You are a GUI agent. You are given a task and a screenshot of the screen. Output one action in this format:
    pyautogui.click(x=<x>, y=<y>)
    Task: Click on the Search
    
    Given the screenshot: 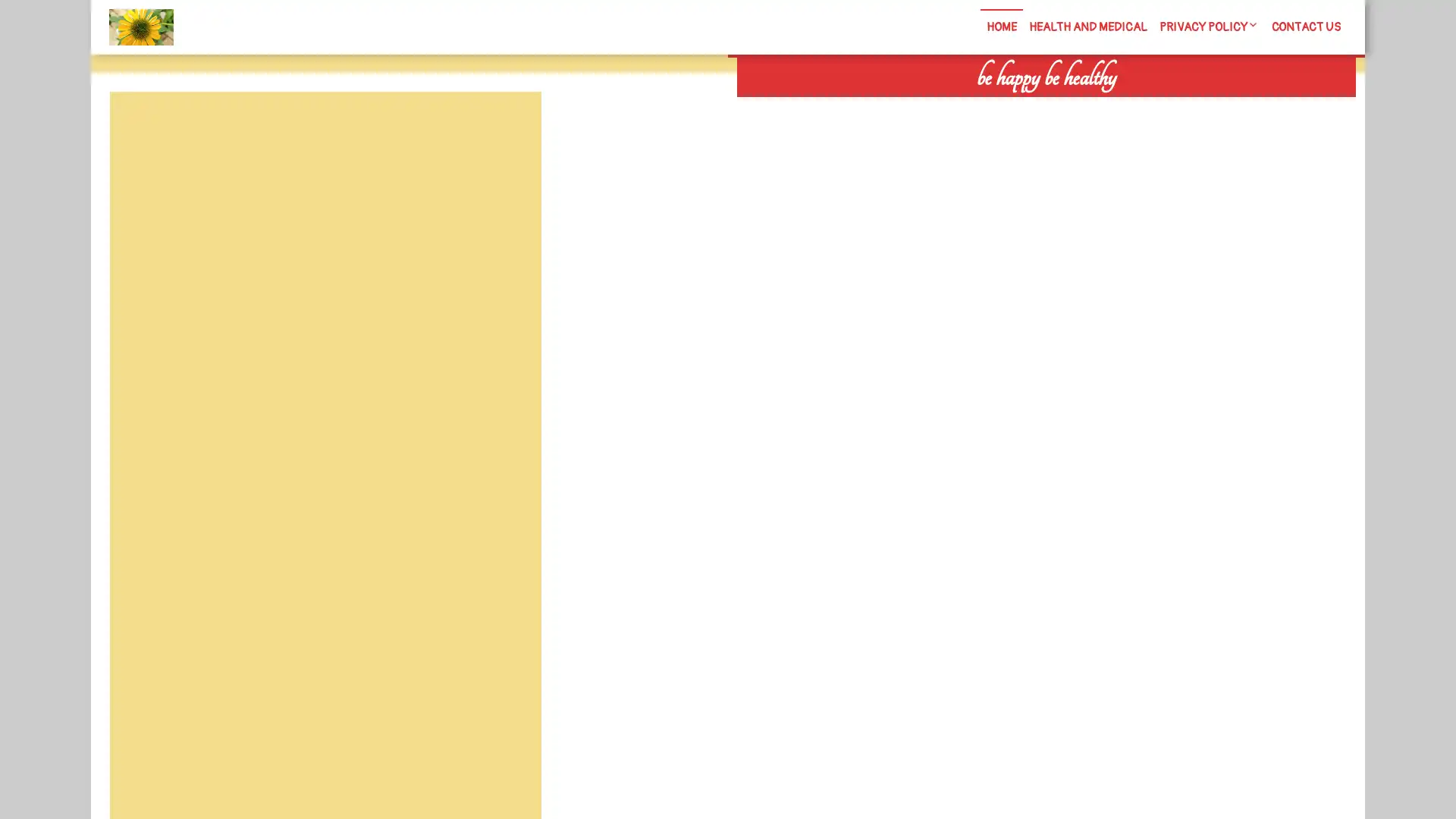 What is the action you would take?
    pyautogui.click(x=506, y=127)
    